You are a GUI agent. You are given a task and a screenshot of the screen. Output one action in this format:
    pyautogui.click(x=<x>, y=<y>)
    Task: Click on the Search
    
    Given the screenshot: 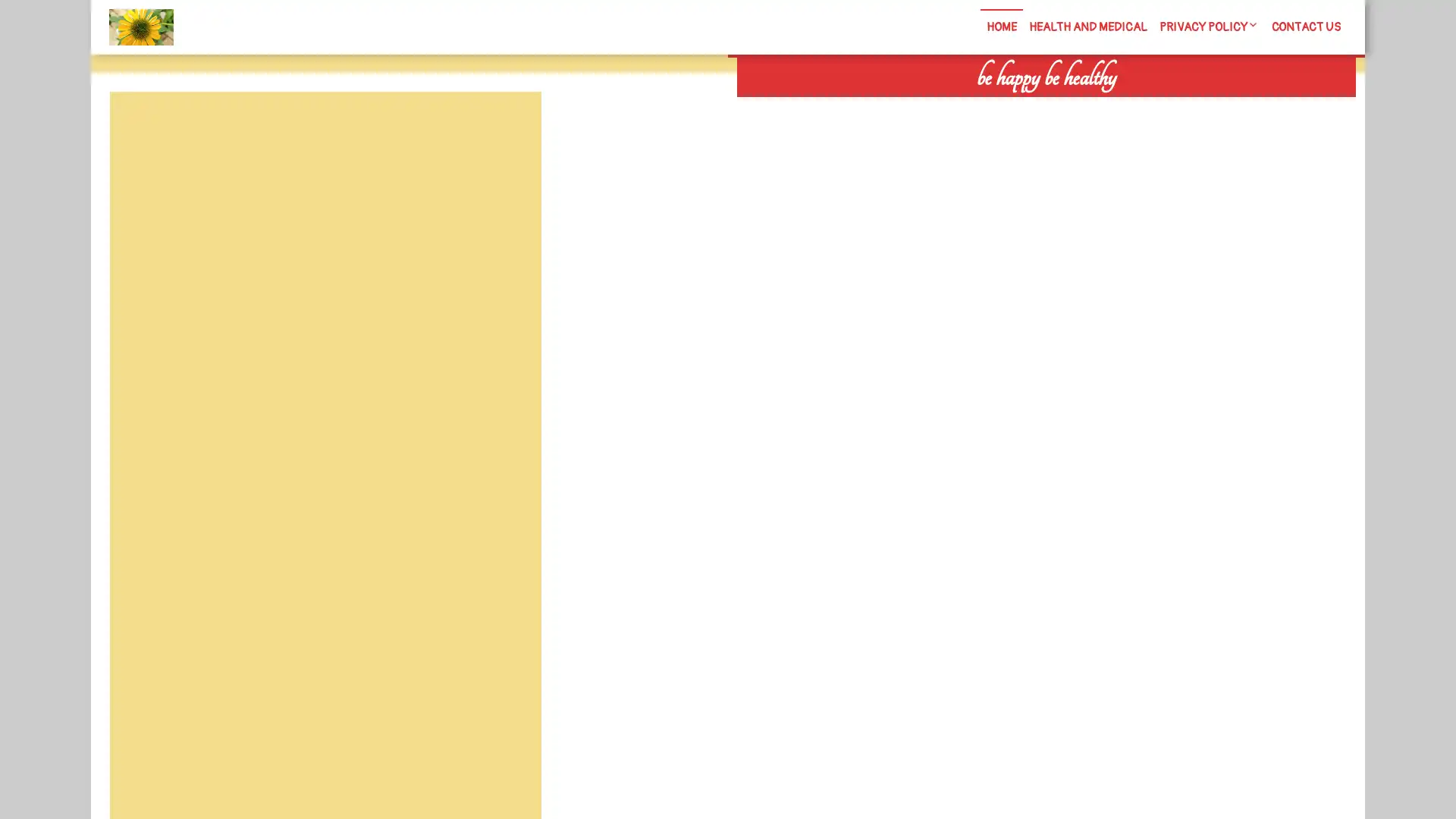 What is the action you would take?
    pyautogui.click(x=506, y=127)
    